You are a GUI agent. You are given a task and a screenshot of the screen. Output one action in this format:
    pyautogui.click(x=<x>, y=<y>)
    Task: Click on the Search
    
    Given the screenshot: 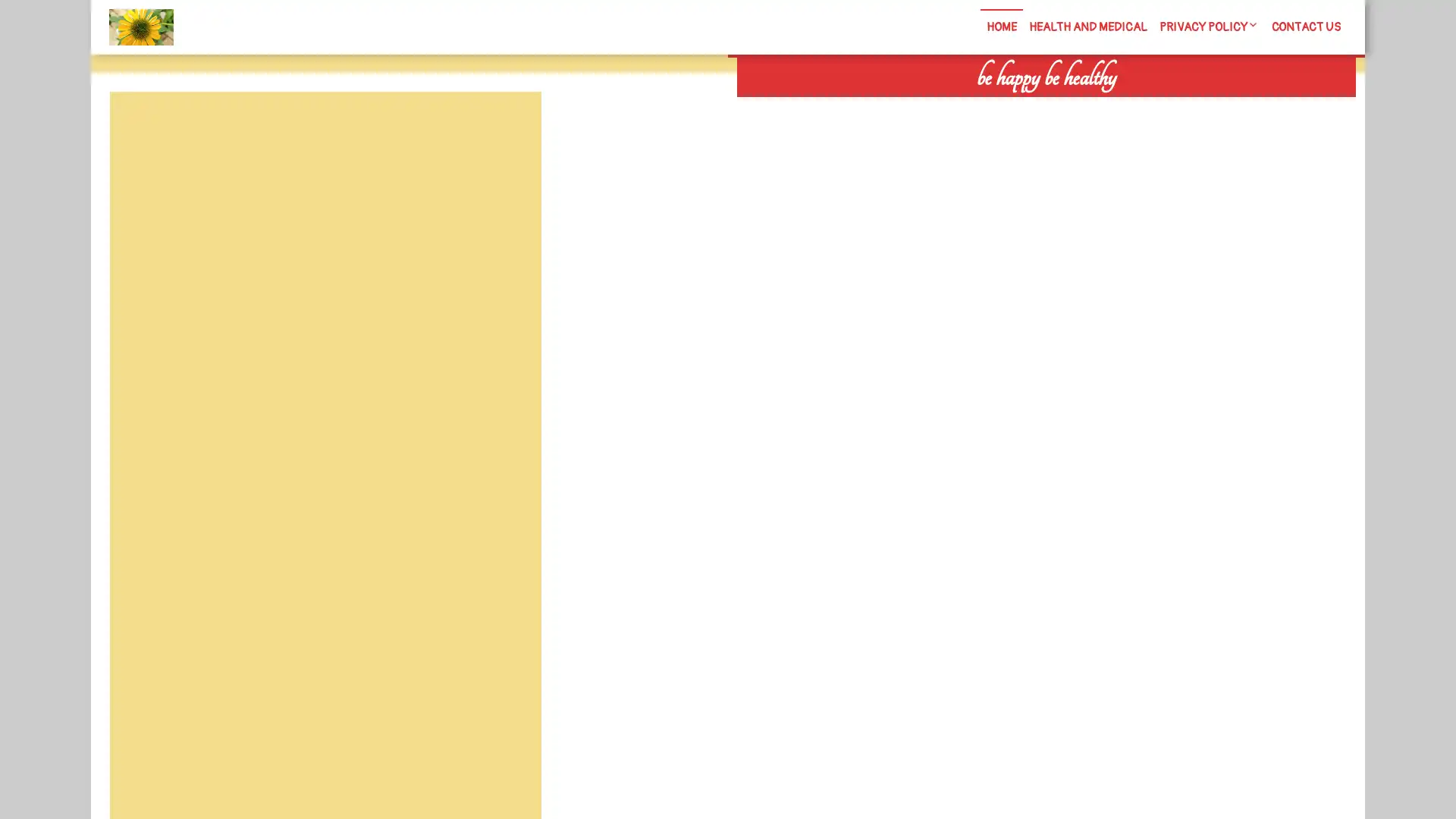 What is the action you would take?
    pyautogui.click(x=506, y=127)
    